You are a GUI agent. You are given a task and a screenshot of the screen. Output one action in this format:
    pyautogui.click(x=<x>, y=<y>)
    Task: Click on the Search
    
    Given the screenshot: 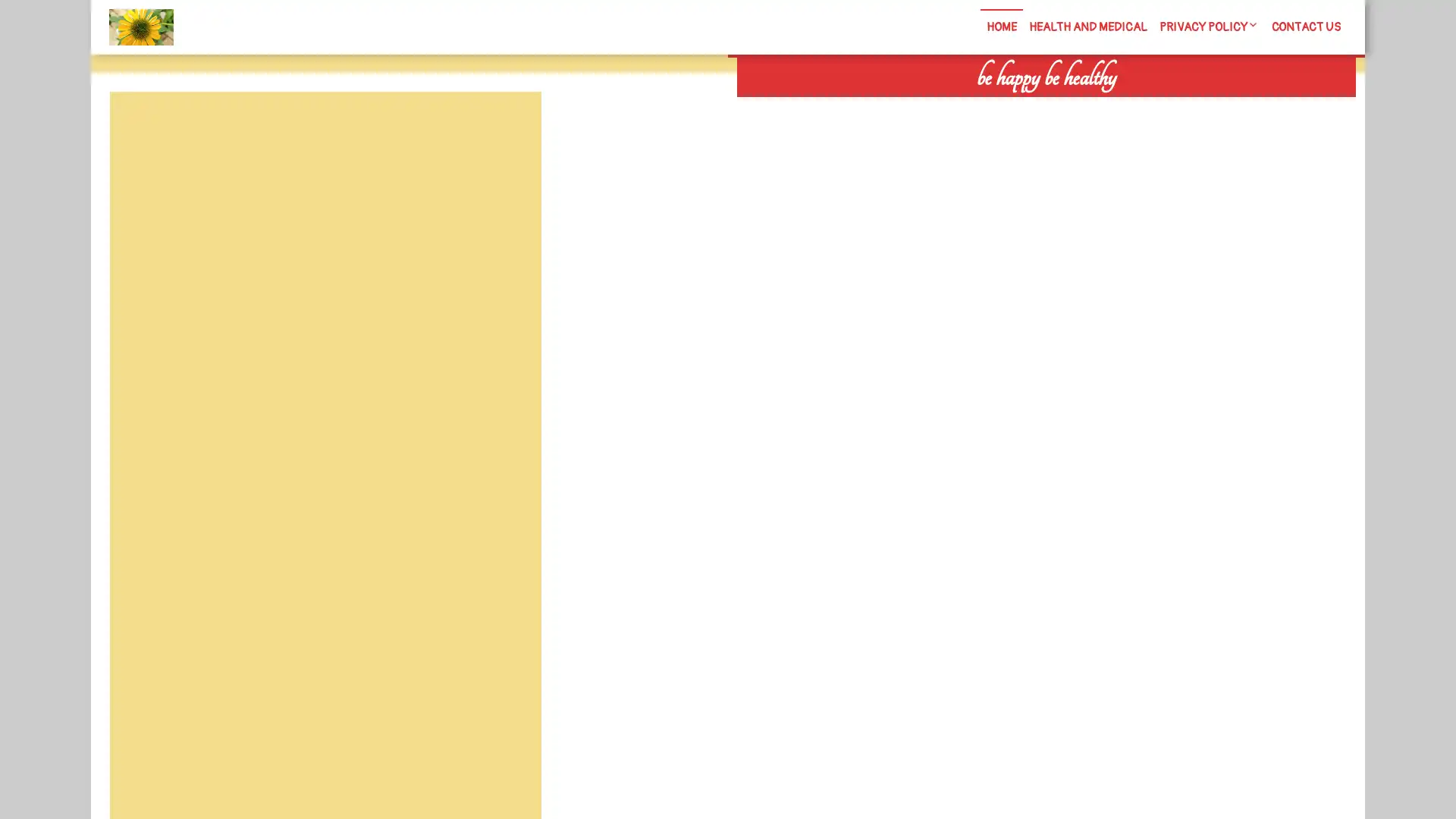 What is the action you would take?
    pyautogui.click(x=506, y=127)
    